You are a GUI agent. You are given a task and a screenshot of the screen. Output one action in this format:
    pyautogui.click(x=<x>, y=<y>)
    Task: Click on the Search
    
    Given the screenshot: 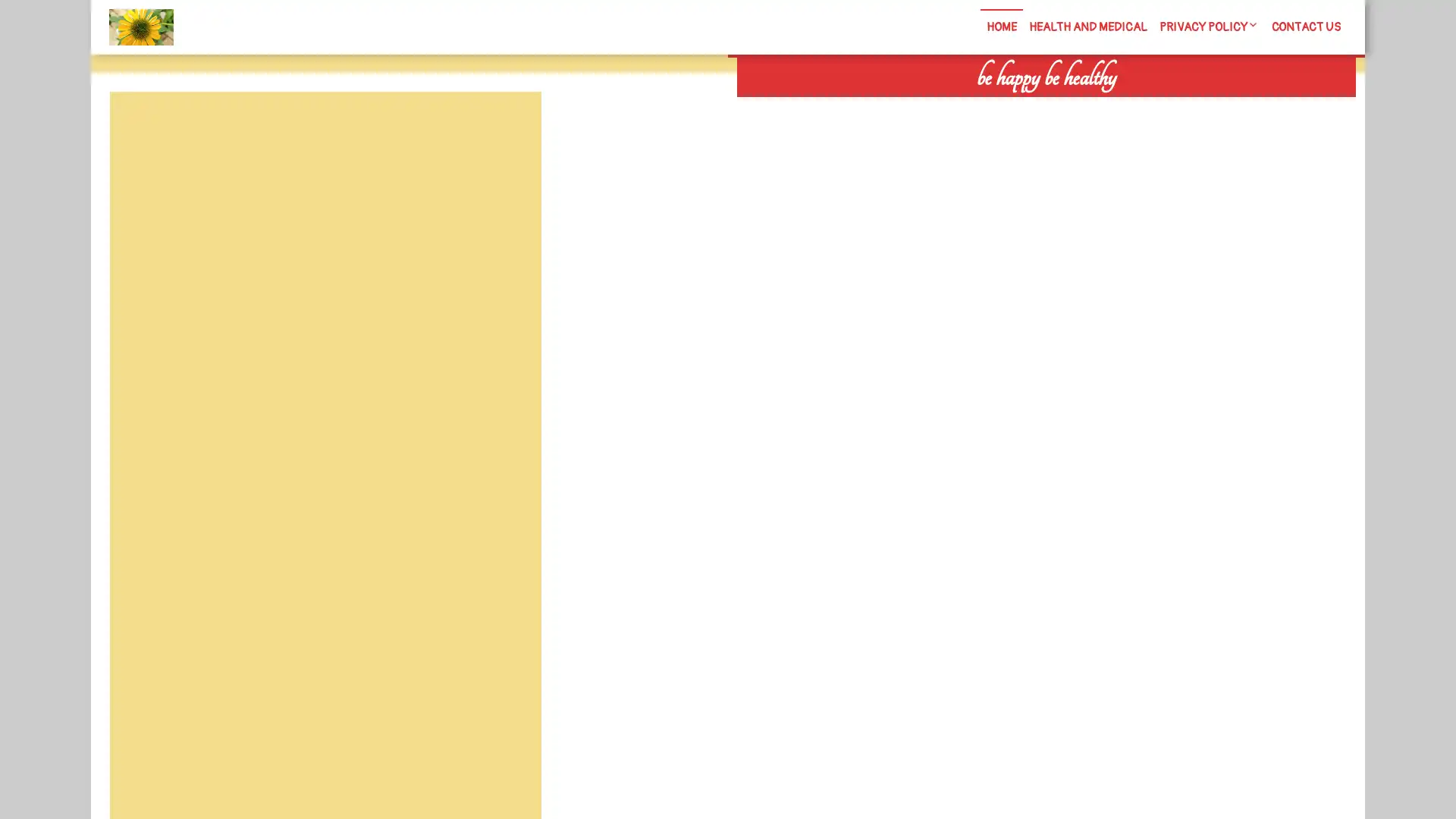 What is the action you would take?
    pyautogui.click(x=506, y=127)
    